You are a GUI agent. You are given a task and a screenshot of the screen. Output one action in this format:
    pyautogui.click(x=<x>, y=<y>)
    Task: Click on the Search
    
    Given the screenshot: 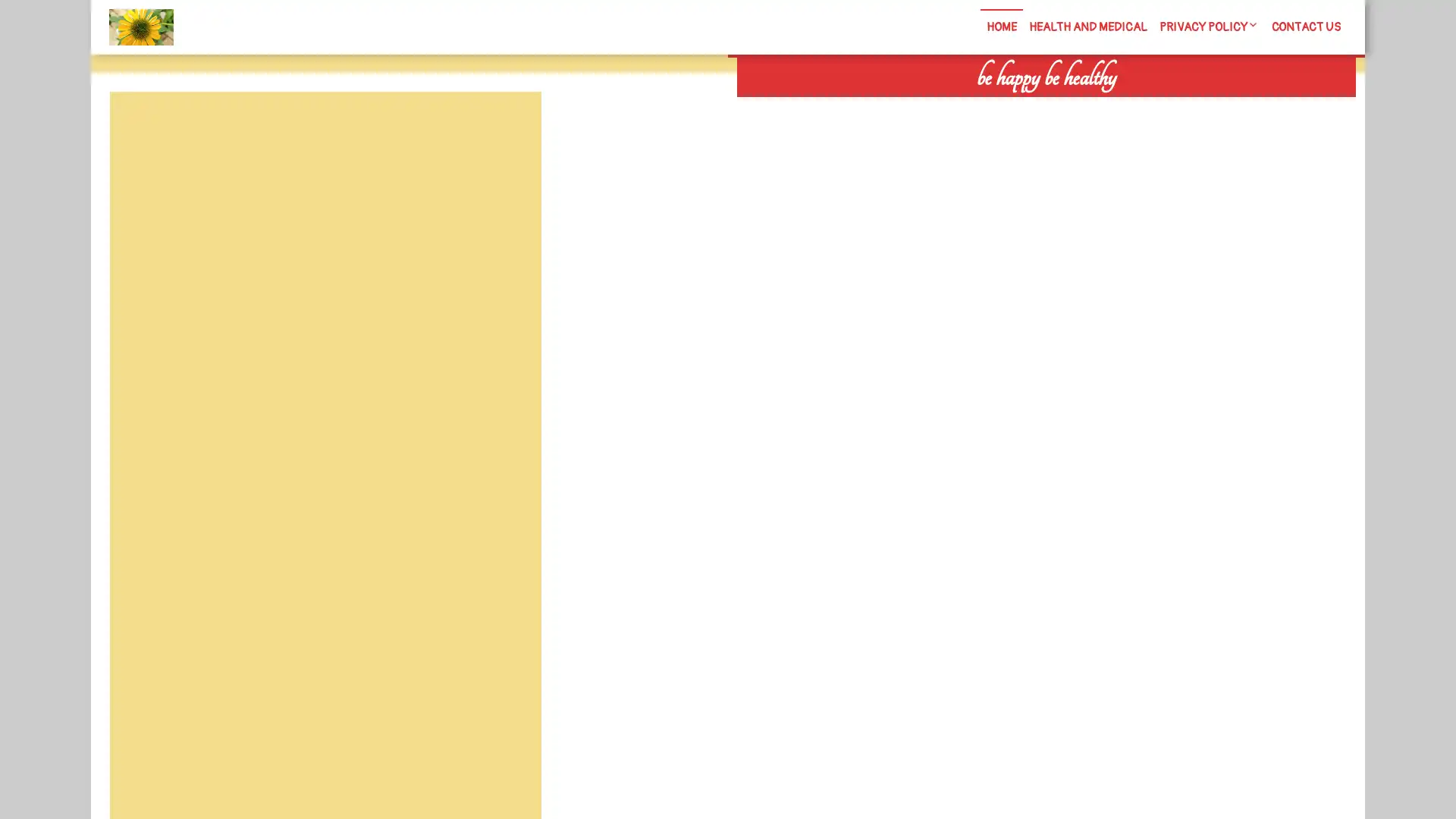 What is the action you would take?
    pyautogui.click(x=506, y=127)
    